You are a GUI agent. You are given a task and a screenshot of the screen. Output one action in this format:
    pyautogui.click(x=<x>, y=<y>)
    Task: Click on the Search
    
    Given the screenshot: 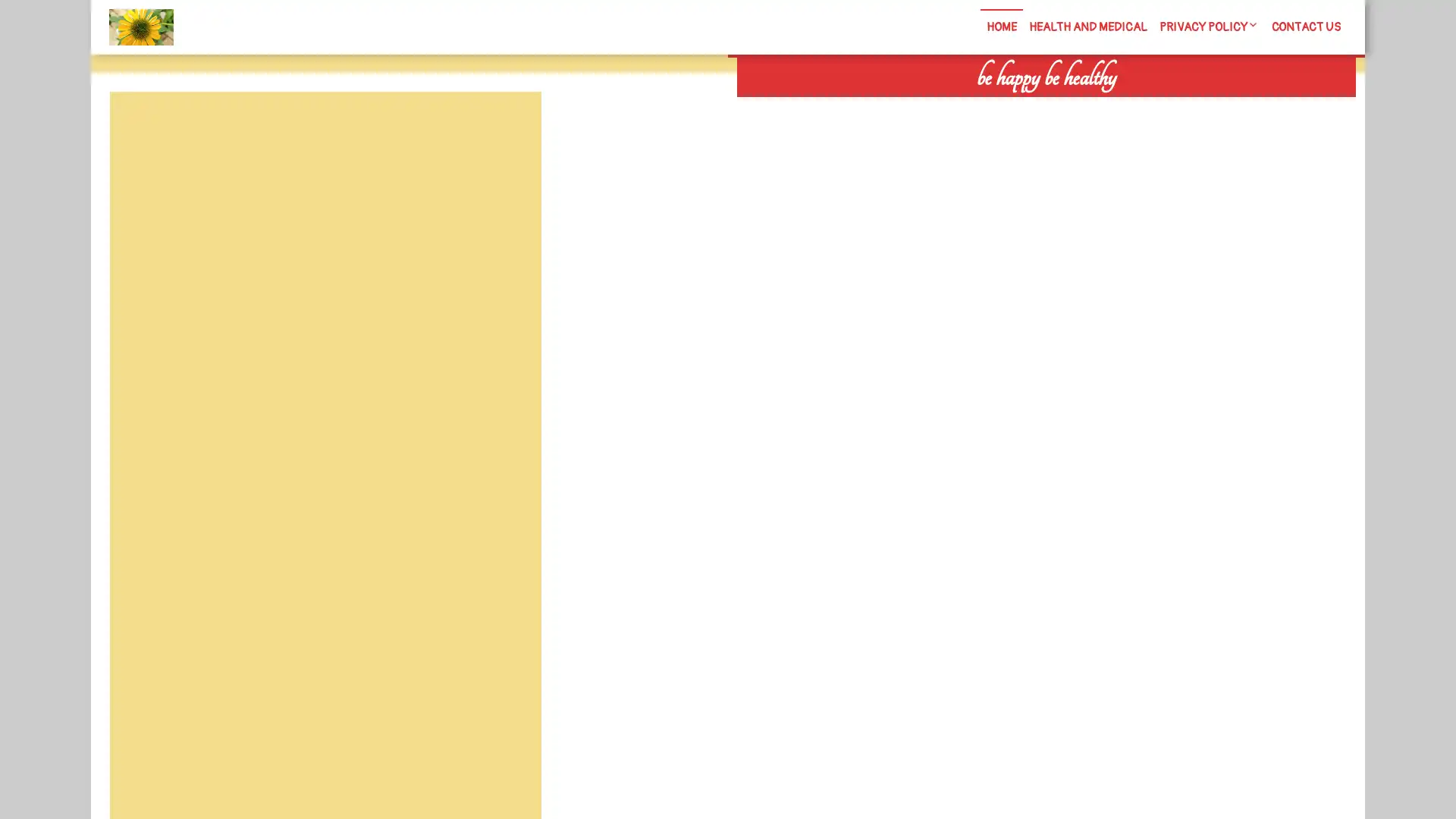 What is the action you would take?
    pyautogui.click(x=506, y=127)
    